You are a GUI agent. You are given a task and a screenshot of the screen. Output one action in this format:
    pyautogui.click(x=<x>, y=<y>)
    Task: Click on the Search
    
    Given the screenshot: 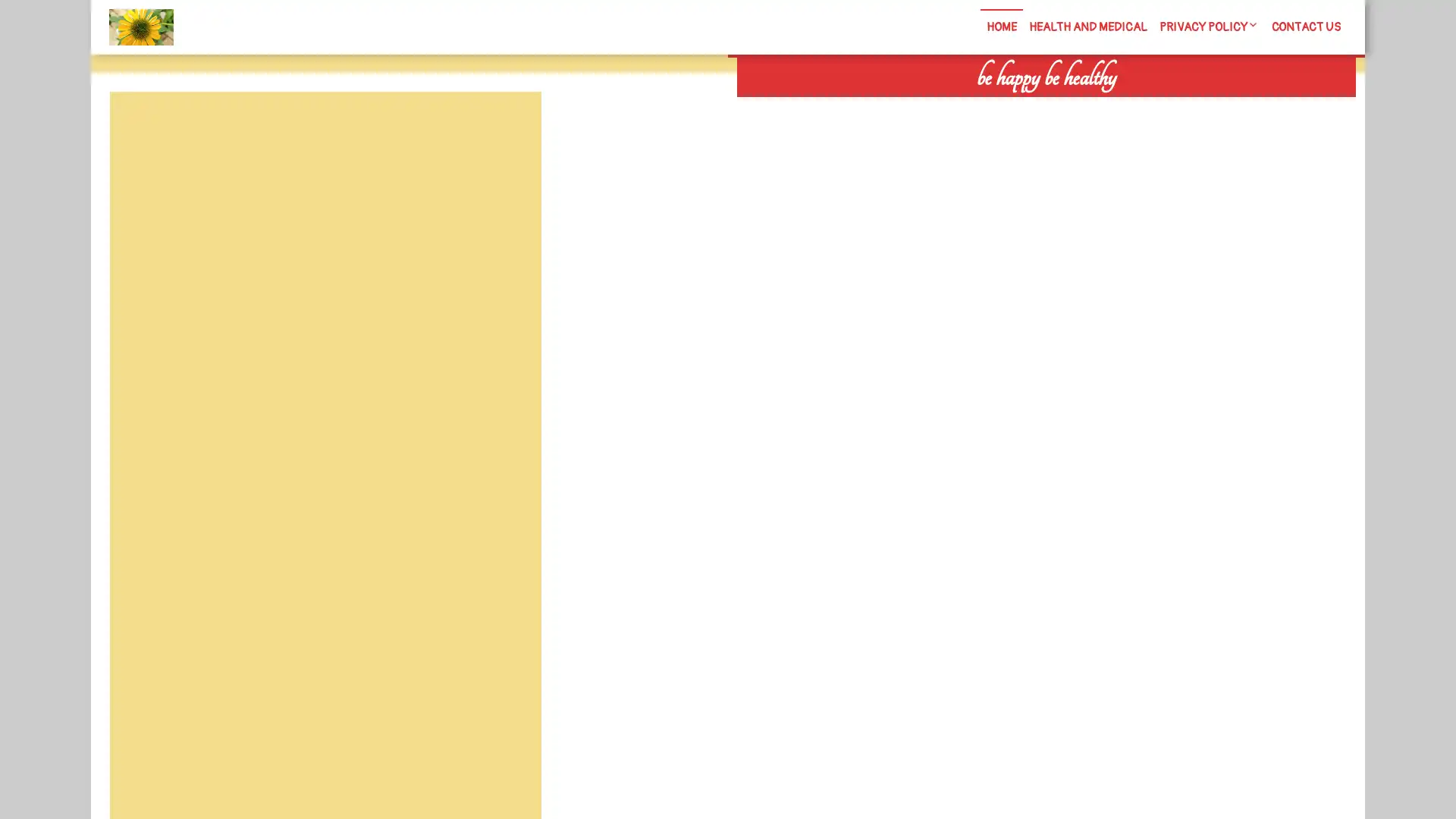 What is the action you would take?
    pyautogui.click(x=506, y=127)
    